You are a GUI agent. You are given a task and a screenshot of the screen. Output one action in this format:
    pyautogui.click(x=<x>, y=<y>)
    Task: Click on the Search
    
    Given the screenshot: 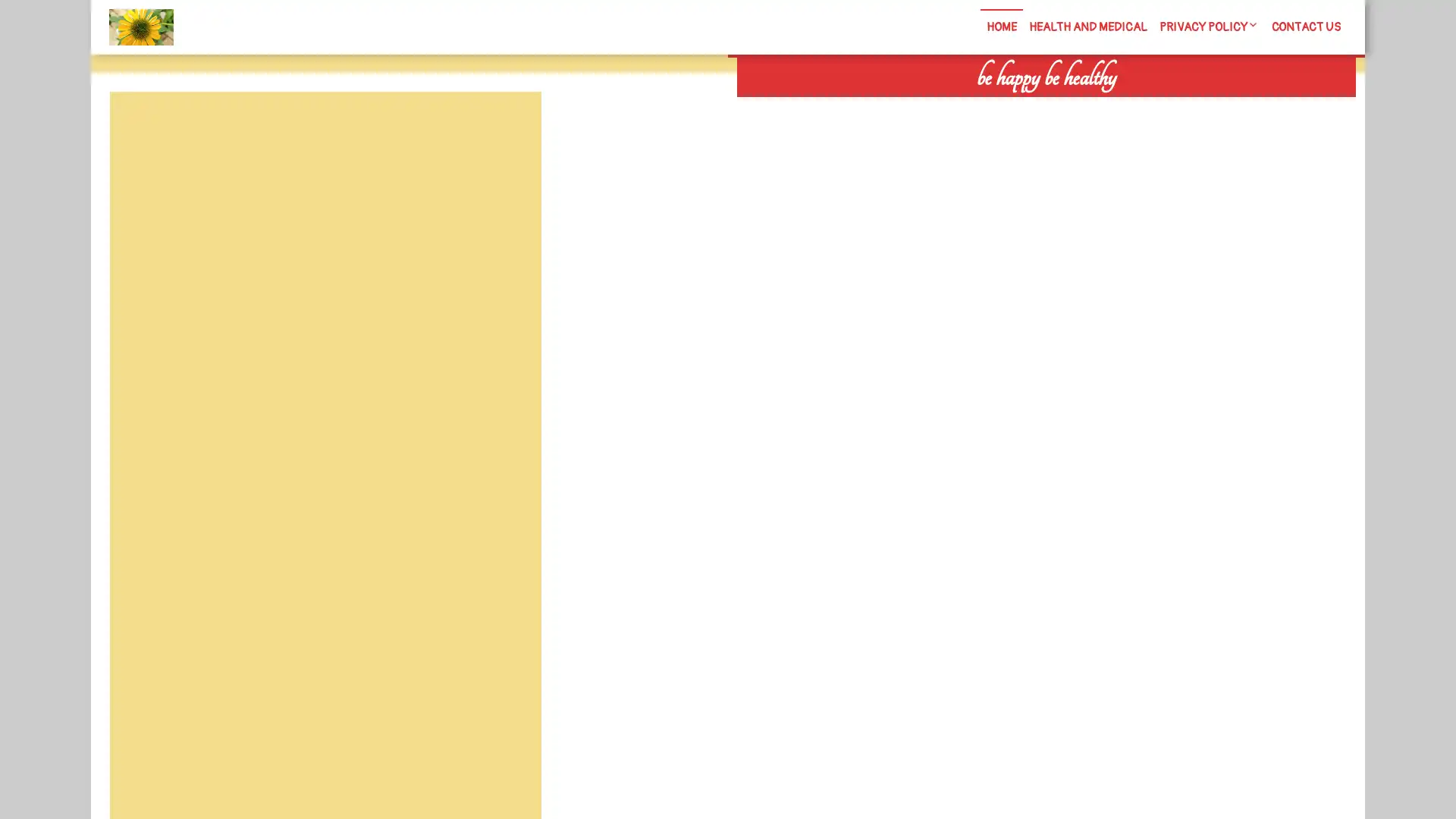 What is the action you would take?
    pyautogui.click(x=506, y=127)
    